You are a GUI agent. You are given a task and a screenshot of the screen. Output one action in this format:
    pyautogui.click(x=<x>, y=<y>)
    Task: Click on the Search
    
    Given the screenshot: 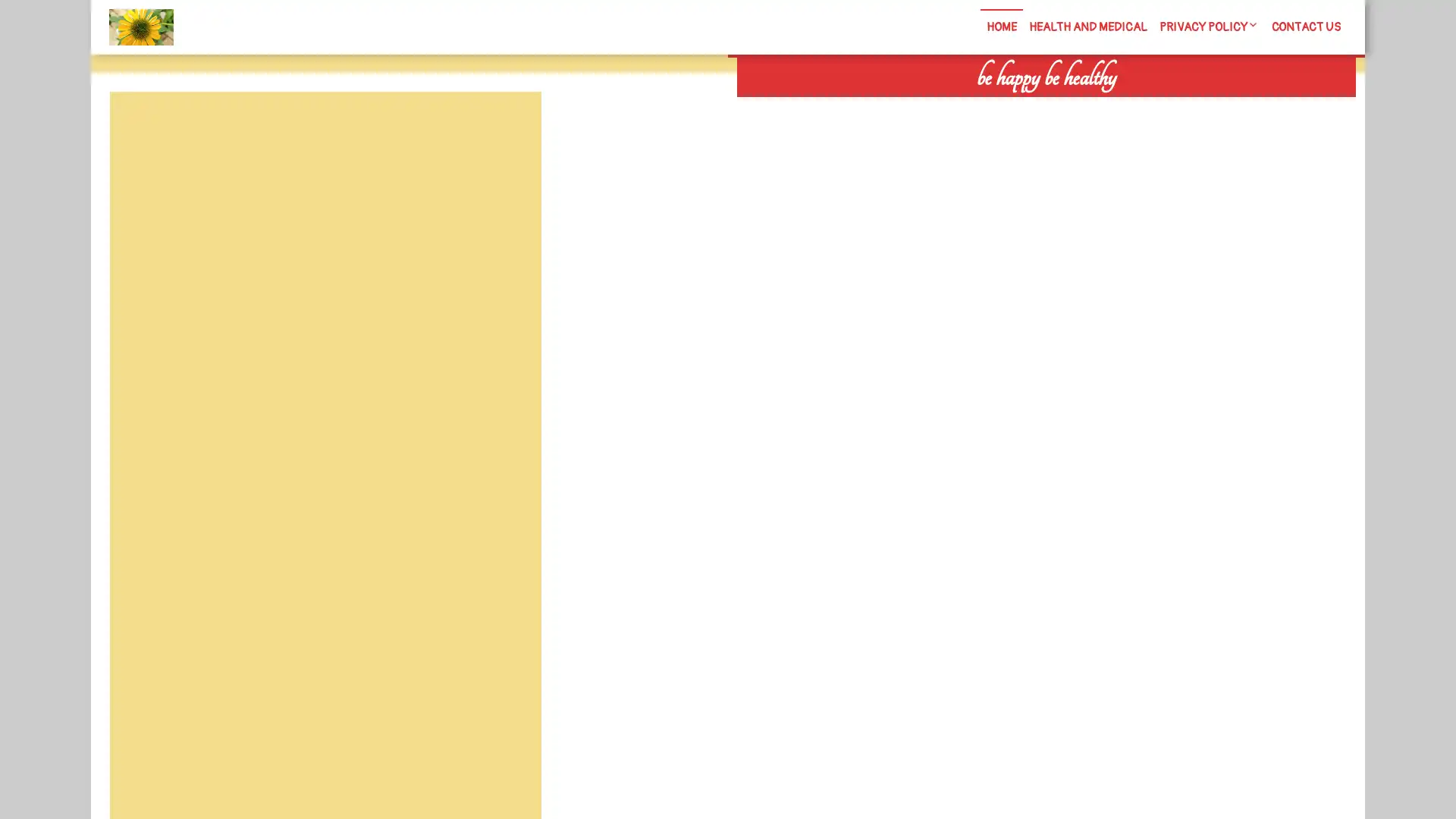 What is the action you would take?
    pyautogui.click(x=506, y=127)
    